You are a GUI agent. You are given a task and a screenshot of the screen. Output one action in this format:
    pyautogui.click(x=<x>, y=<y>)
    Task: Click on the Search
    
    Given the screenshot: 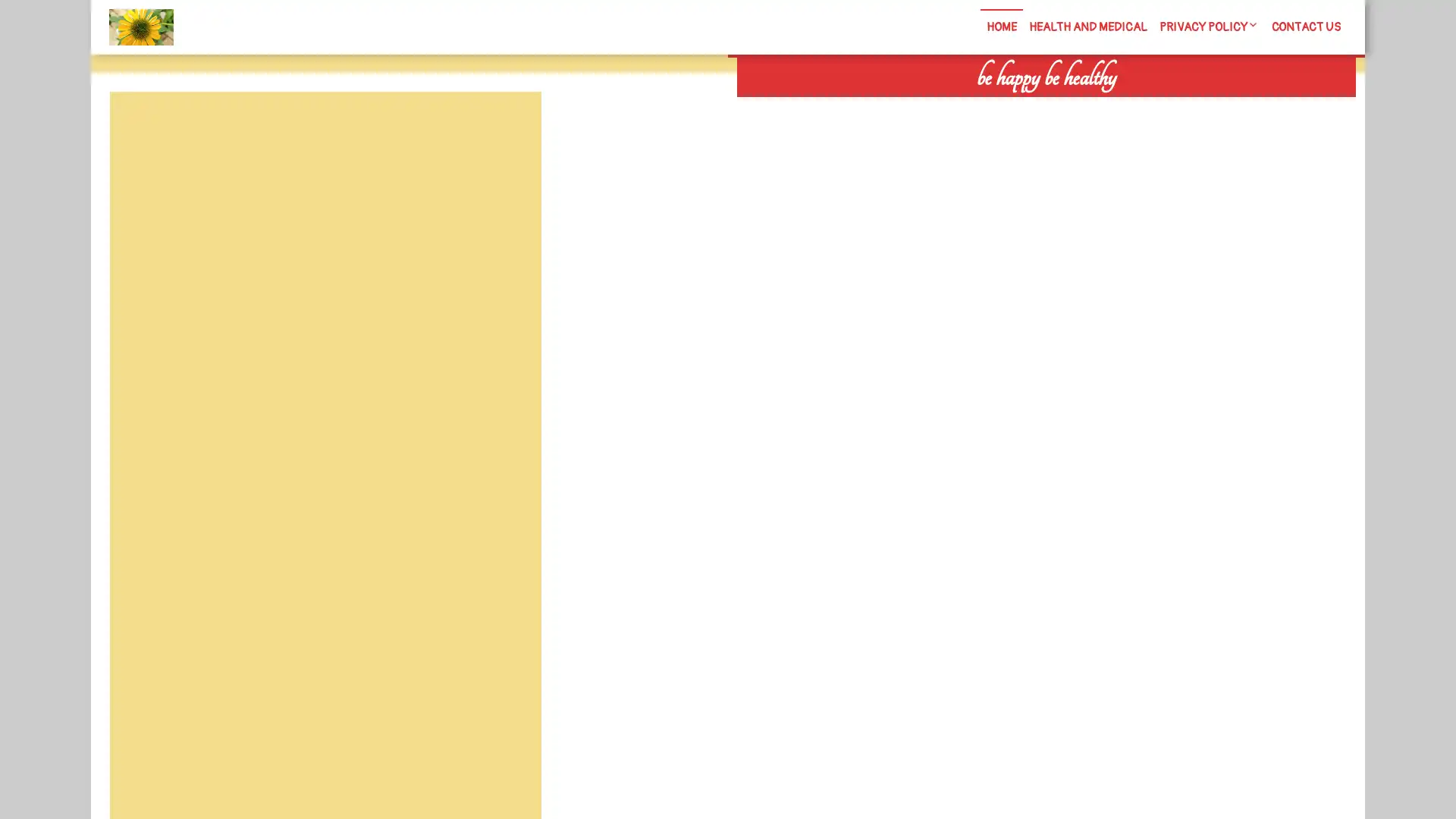 What is the action you would take?
    pyautogui.click(x=506, y=127)
    